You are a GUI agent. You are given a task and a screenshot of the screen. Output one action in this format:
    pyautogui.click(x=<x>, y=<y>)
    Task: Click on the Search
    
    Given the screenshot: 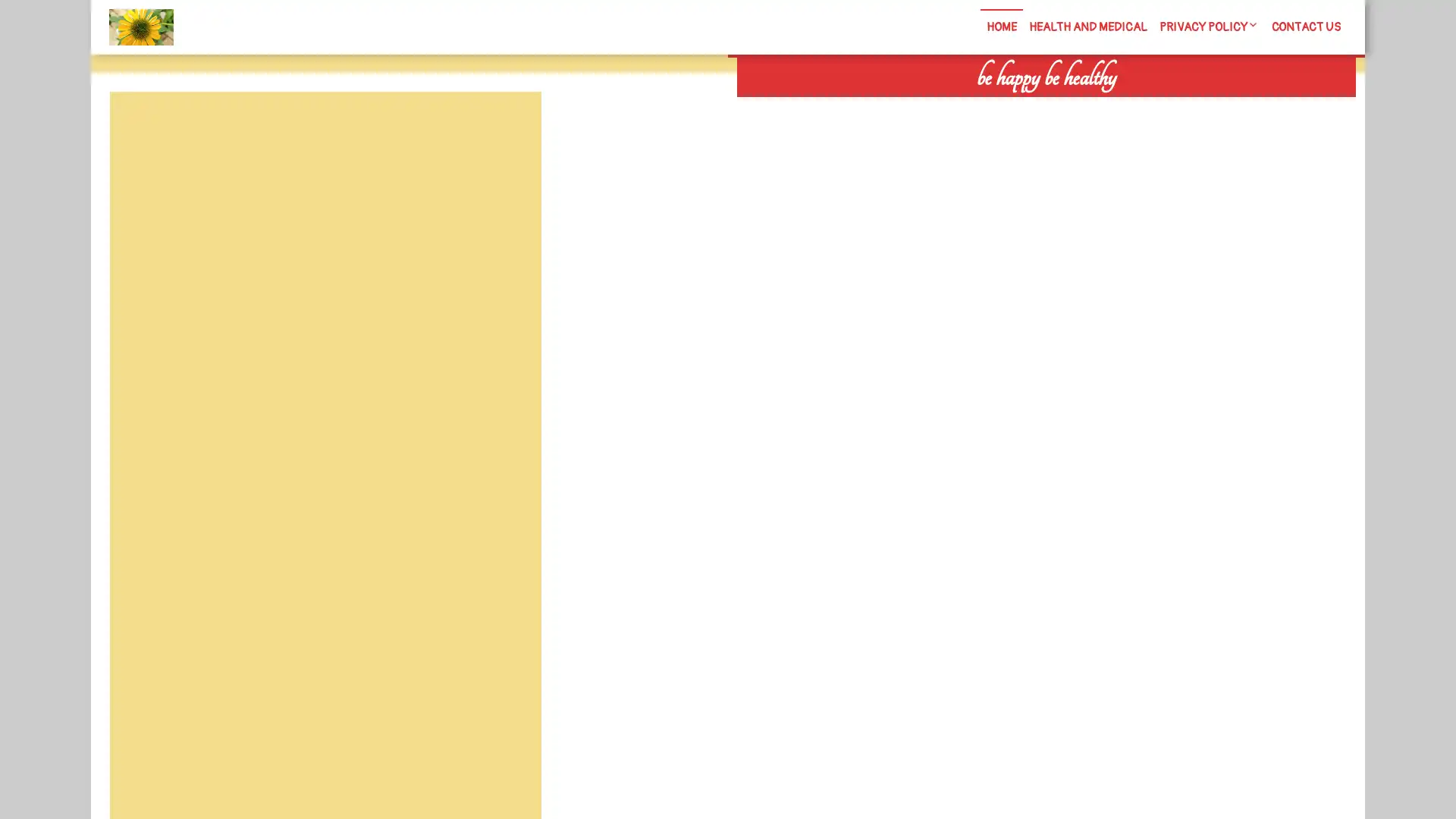 What is the action you would take?
    pyautogui.click(x=506, y=127)
    